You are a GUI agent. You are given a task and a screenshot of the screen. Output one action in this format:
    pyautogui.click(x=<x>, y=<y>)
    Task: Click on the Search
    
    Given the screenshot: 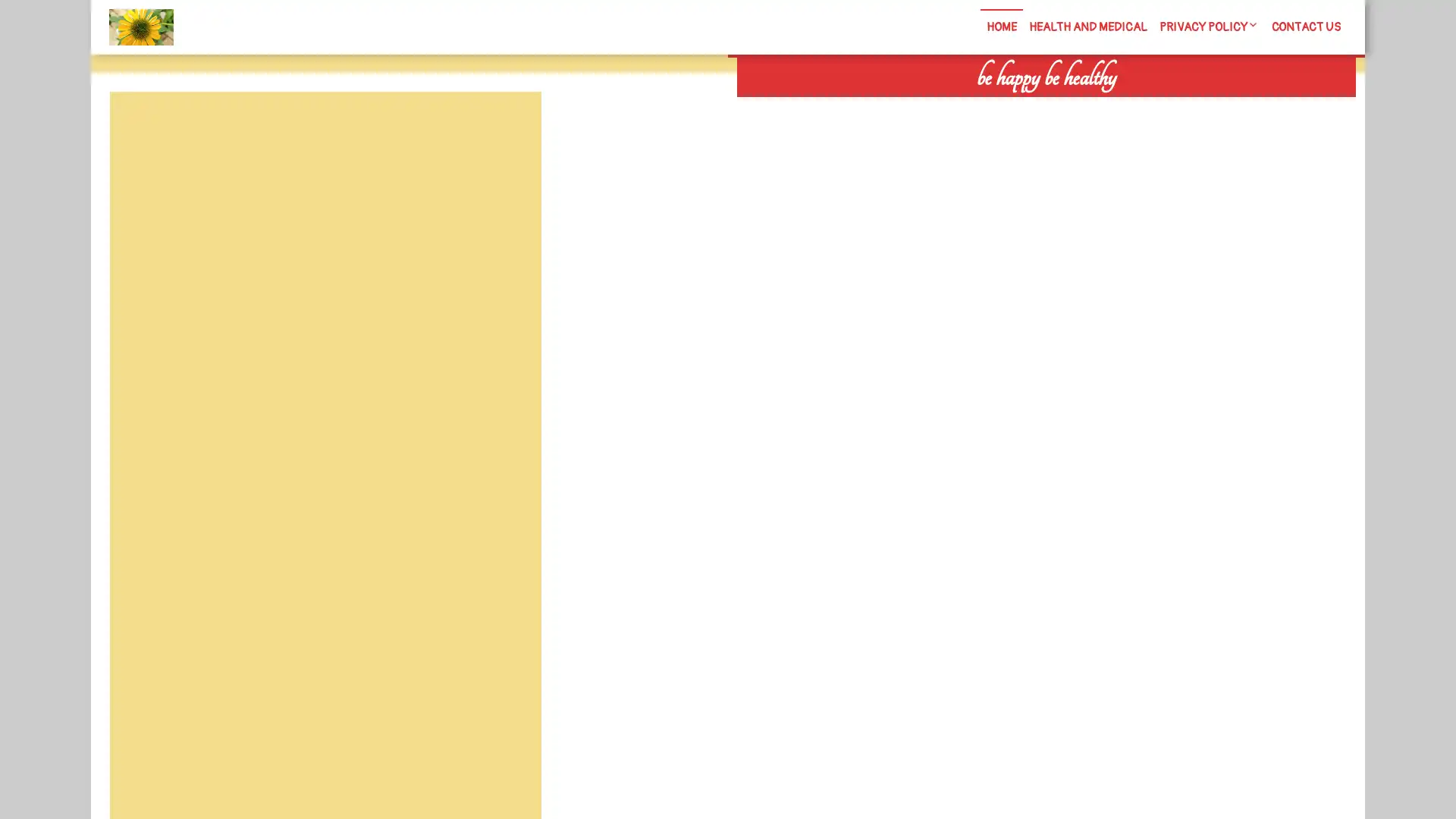 What is the action you would take?
    pyautogui.click(x=506, y=127)
    